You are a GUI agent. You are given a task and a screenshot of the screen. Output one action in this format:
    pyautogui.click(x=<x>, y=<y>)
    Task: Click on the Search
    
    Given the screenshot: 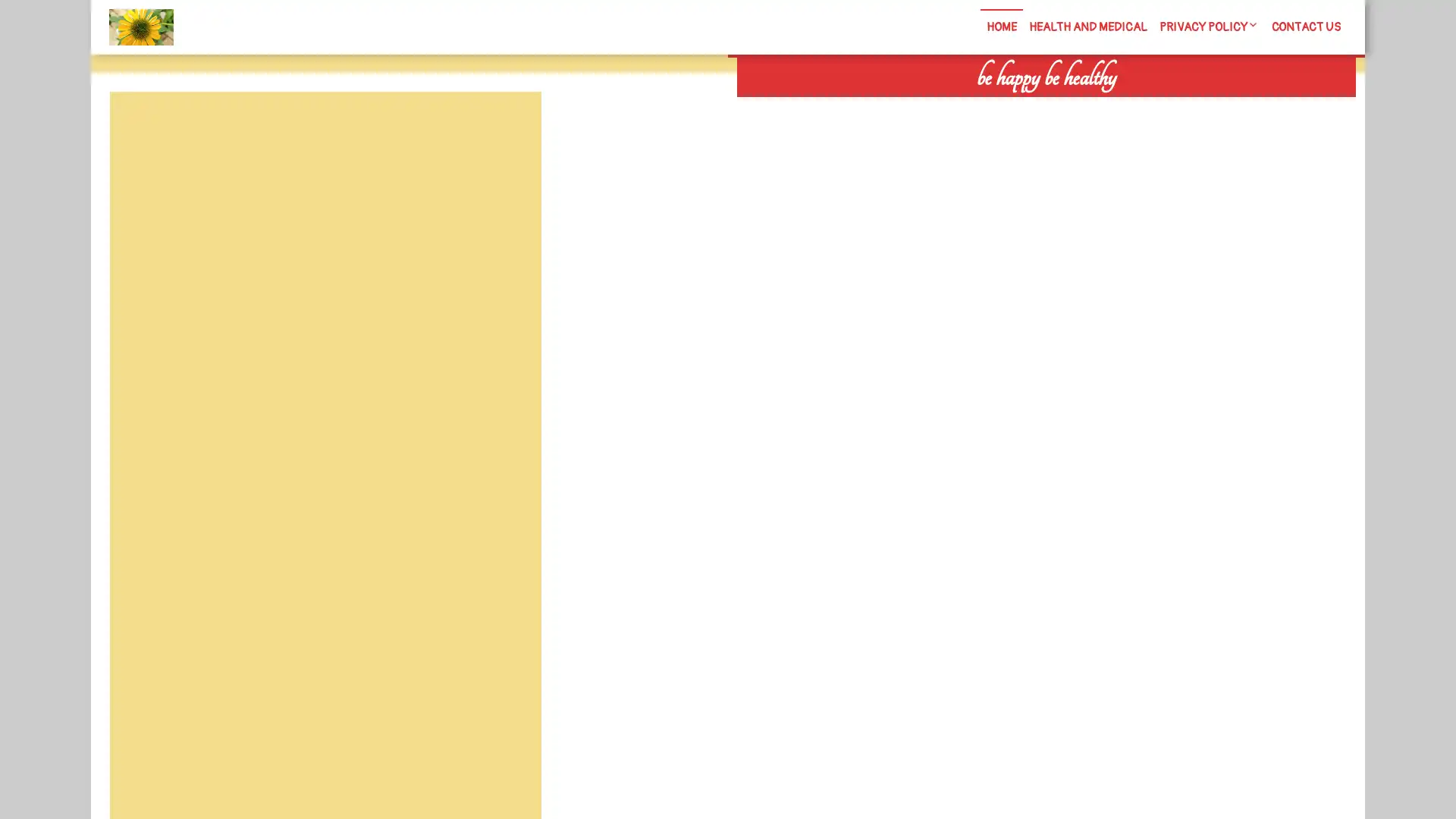 What is the action you would take?
    pyautogui.click(x=506, y=127)
    